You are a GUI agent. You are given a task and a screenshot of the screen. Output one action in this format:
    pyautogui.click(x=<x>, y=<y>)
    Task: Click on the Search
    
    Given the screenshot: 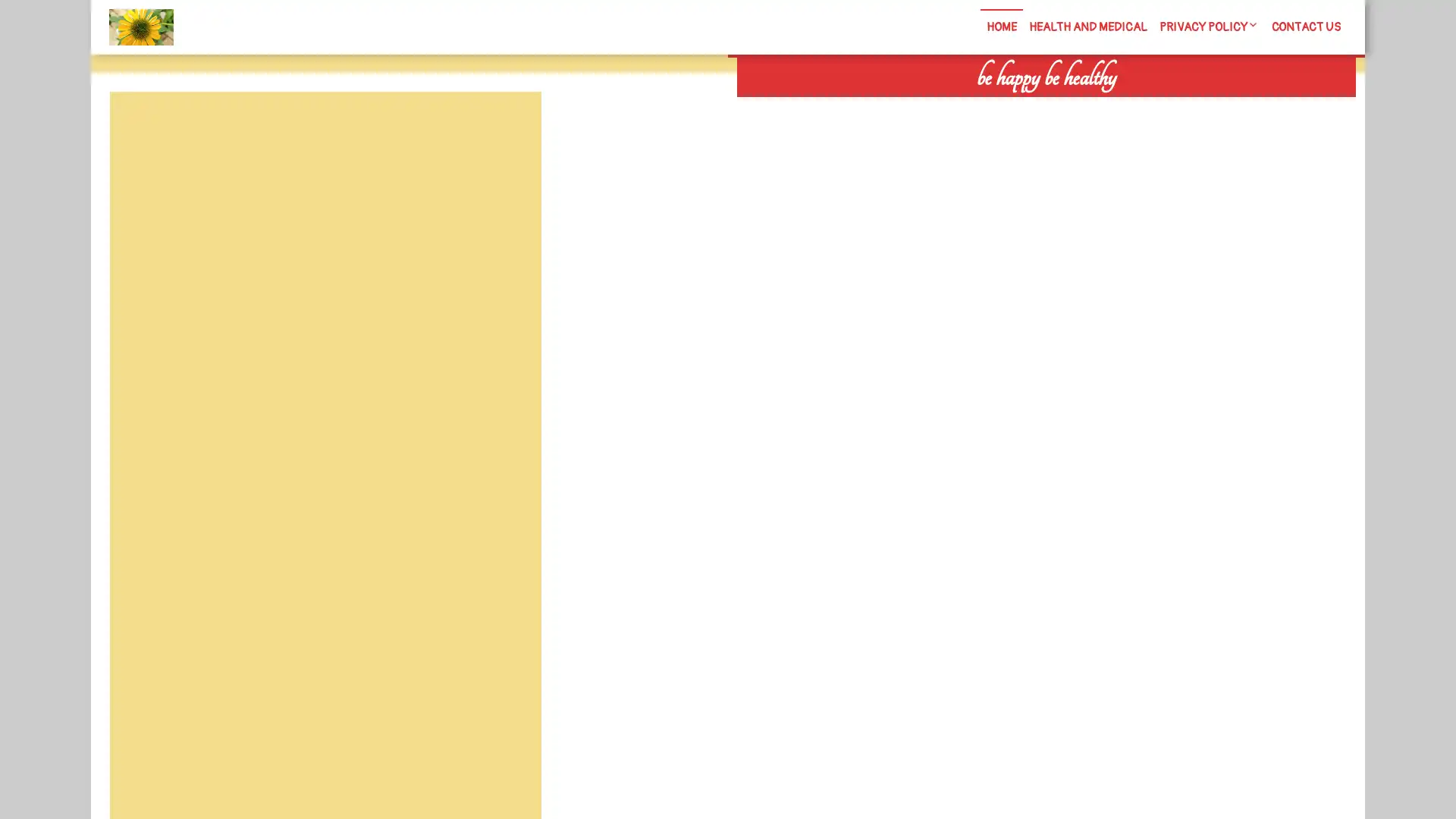 What is the action you would take?
    pyautogui.click(x=506, y=127)
    